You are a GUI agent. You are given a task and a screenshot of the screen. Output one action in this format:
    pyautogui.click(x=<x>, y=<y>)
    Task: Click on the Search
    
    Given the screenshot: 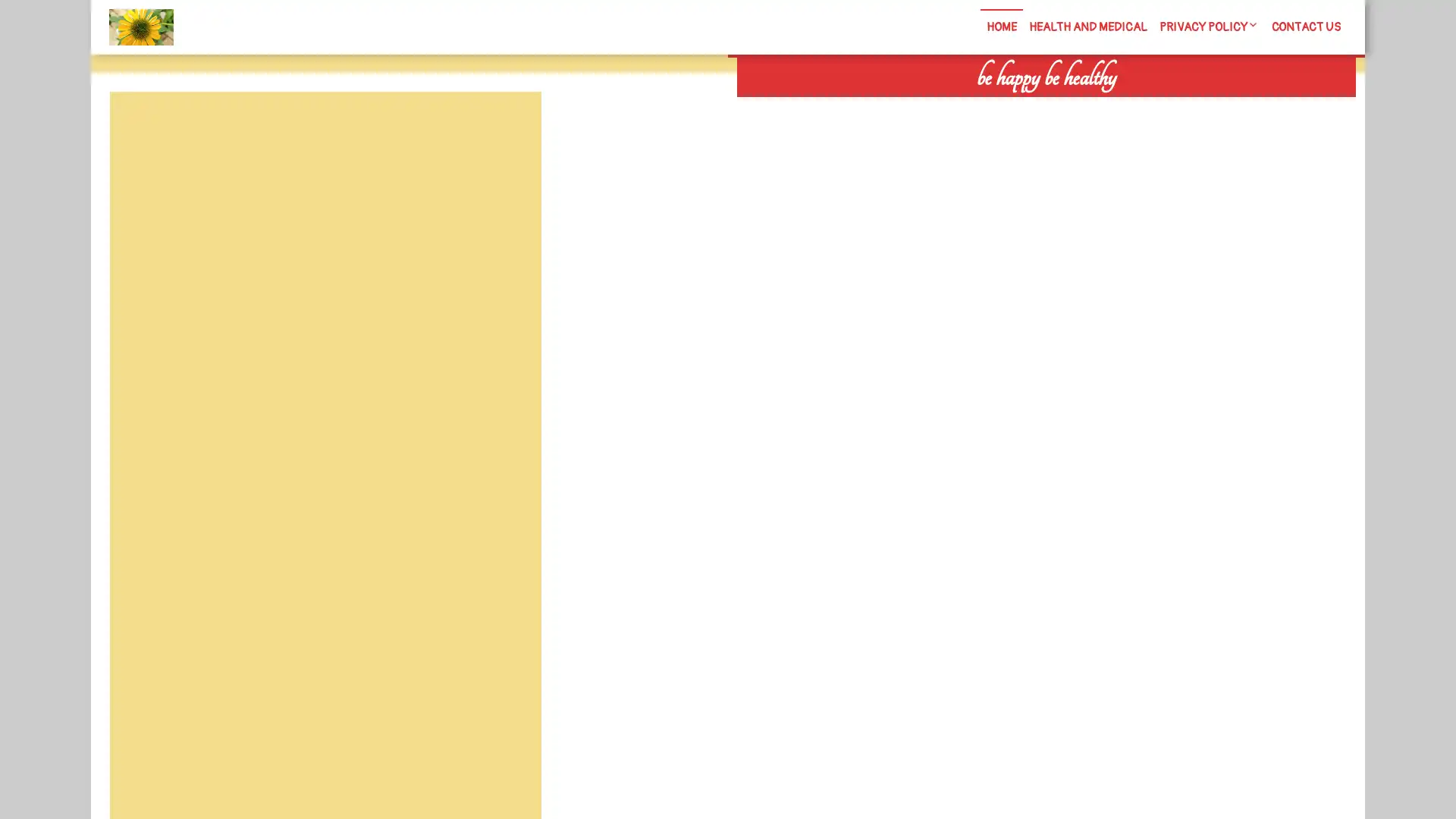 What is the action you would take?
    pyautogui.click(x=506, y=127)
    